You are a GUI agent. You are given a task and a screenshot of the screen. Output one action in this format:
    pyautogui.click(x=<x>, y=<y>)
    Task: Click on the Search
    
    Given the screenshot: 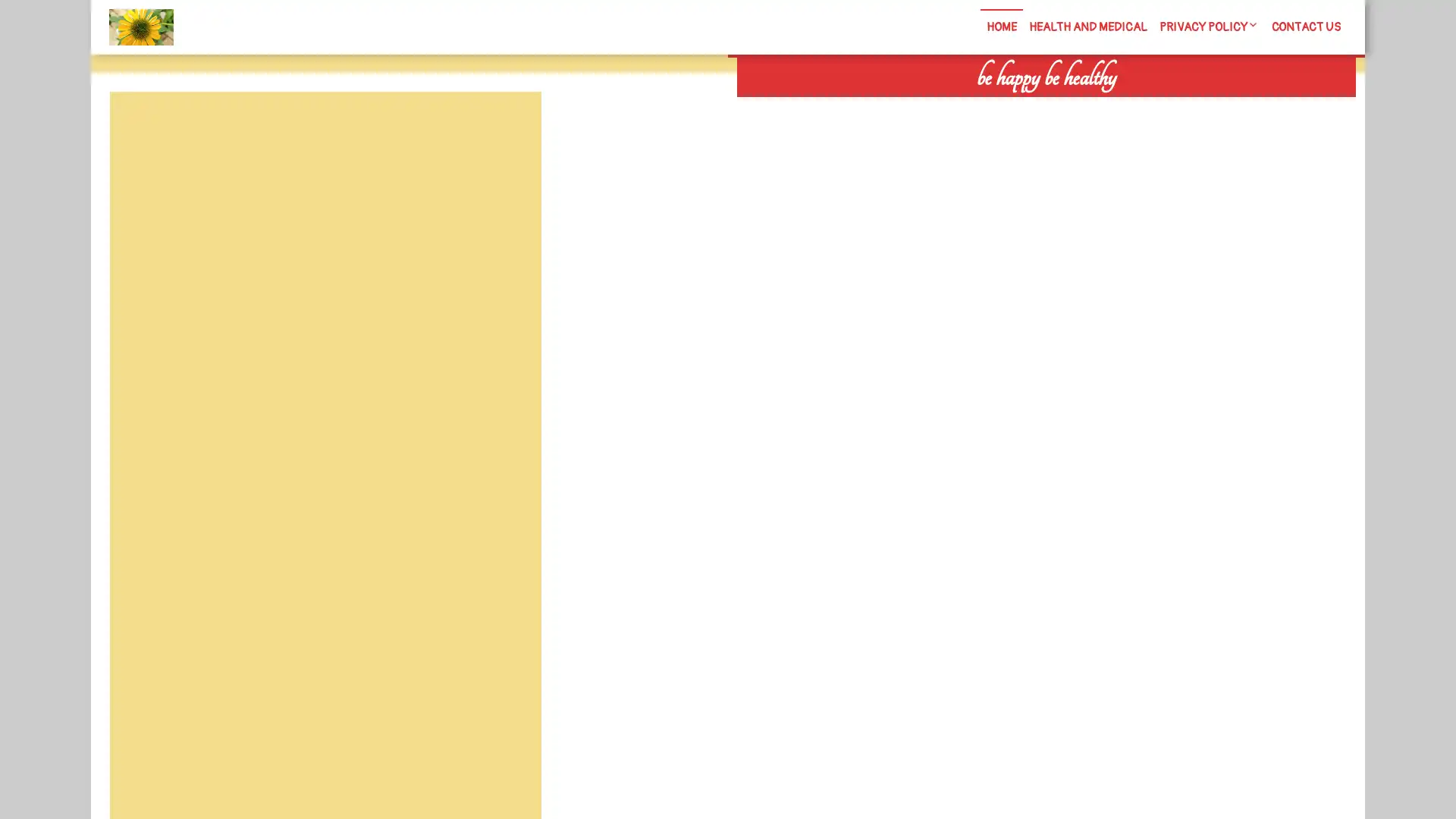 What is the action you would take?
    pyautogui.click(x=506, y=127)
    